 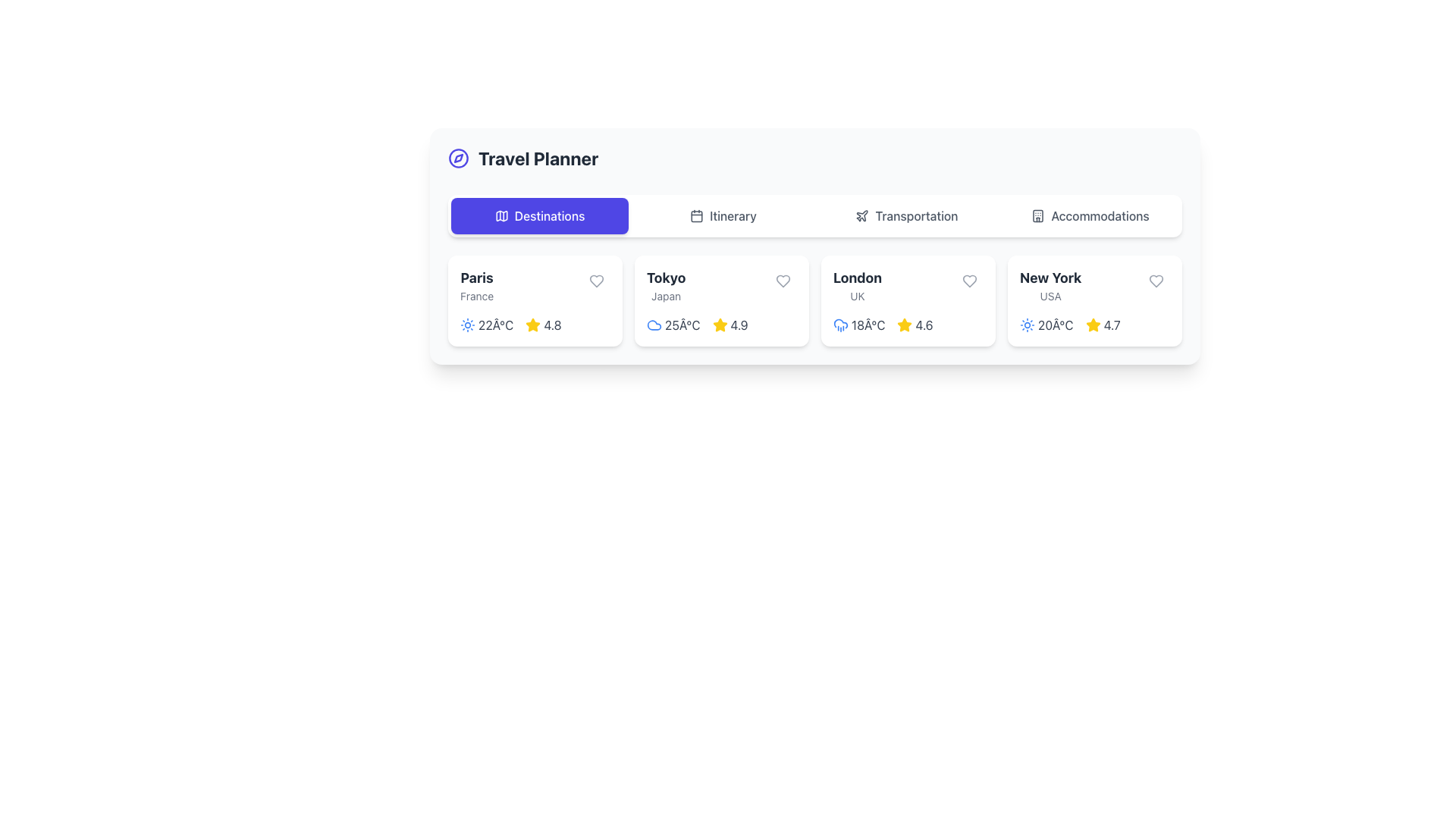 I want to click on temperature and rating information displayed for Tokyo, Japan, located at the bottom area of the corresponding card, adjacent to the favorite button, so click(x=720, y=324).